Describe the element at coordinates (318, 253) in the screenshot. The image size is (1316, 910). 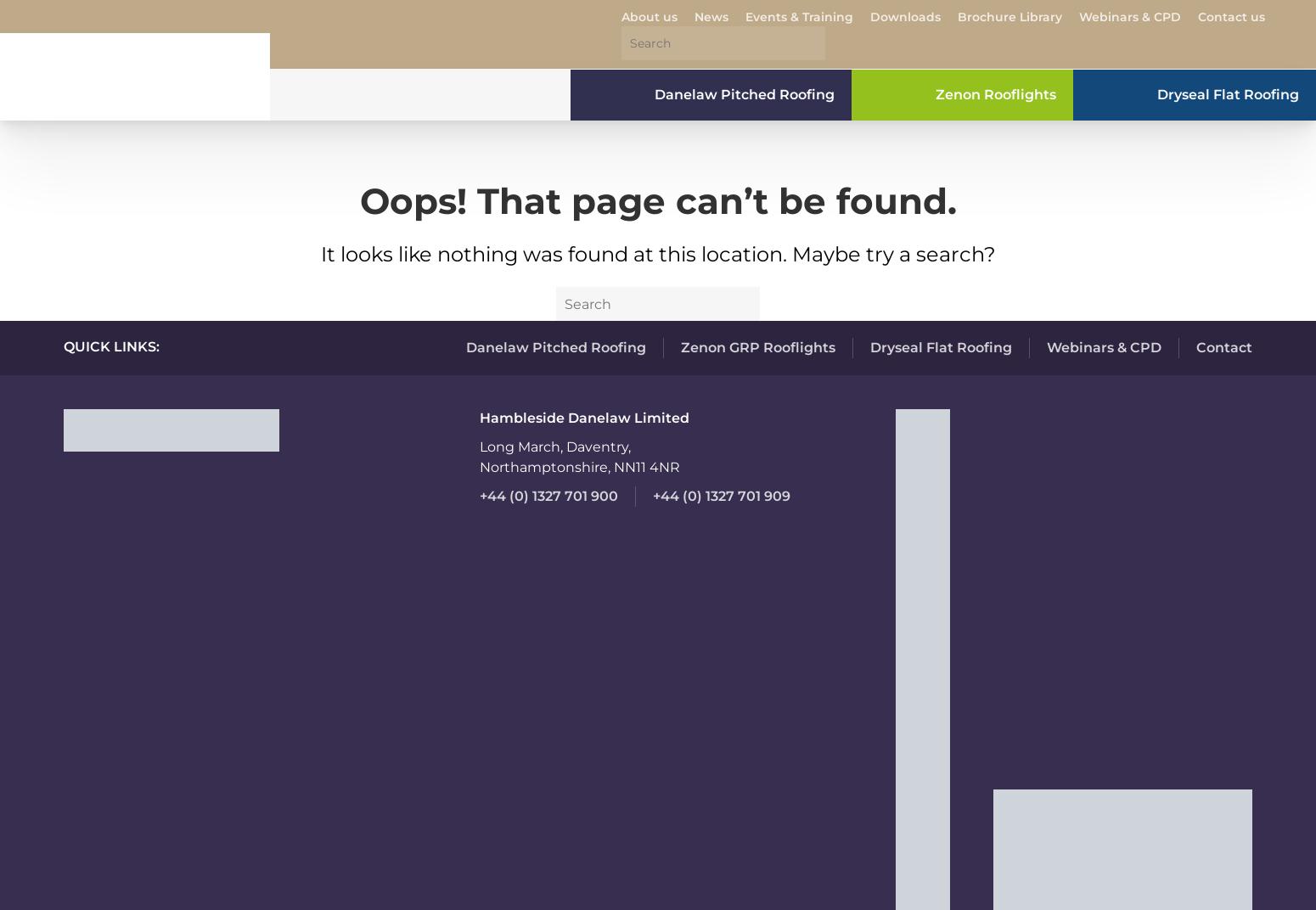
I see `'It looks like nothing was found at this location. Maybe try a search?'` at that location.